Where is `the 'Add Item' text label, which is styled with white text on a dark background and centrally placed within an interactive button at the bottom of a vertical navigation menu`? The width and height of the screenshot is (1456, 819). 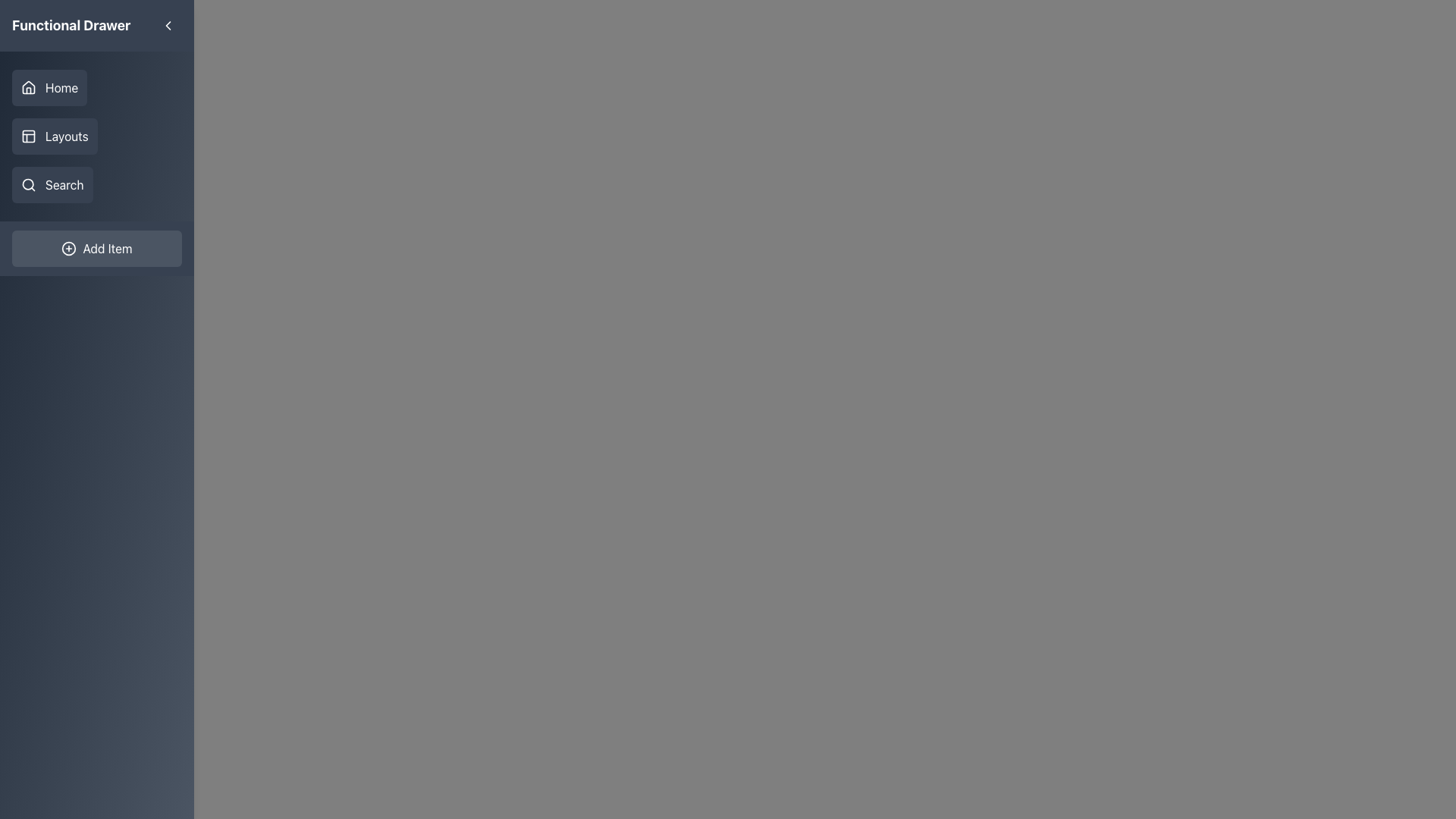 the 'Add Item' text label, which is styled with white text on a dark background and centrally placed within an interactive button at the bottom of a vertical navigation menu is located at coordinates (107, 247).